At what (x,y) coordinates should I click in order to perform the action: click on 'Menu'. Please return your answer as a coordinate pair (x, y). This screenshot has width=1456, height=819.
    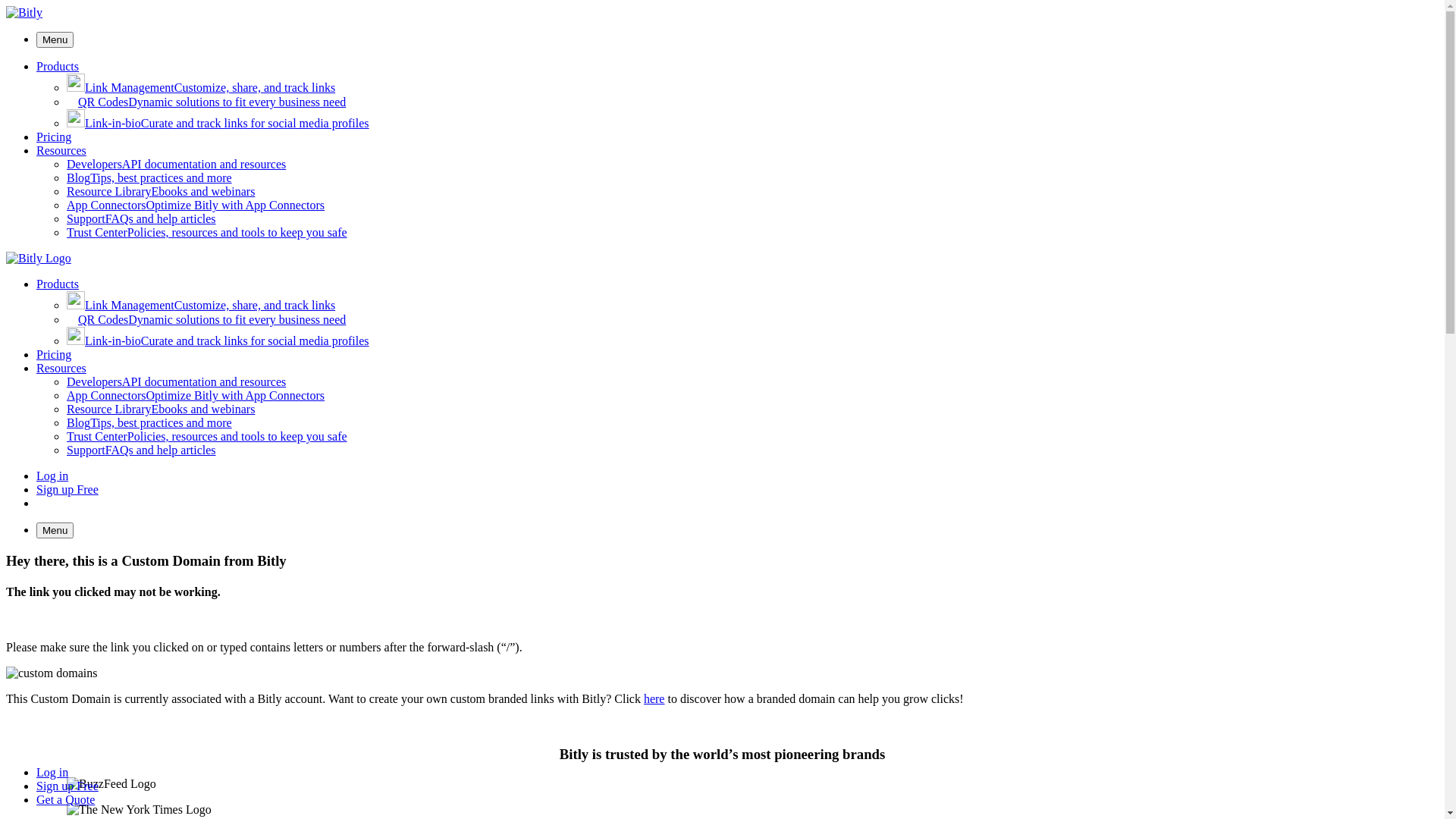
    Looking at the image, I should click on (55, 529).